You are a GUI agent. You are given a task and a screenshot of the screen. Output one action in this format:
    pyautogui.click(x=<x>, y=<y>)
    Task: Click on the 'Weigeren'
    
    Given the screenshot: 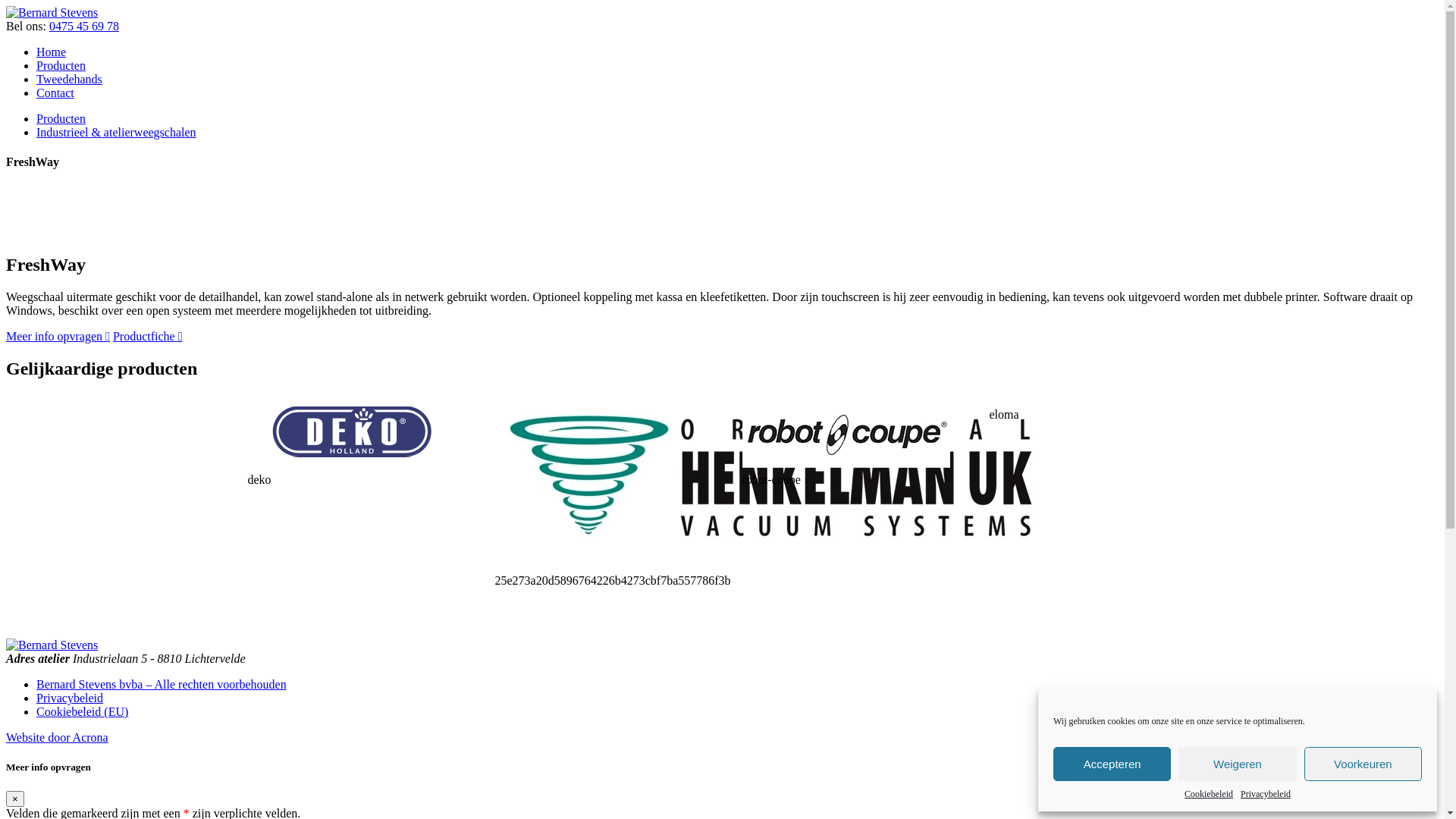 What is the action you would take?
    pyautogui.click(x=1237, y=764)
    